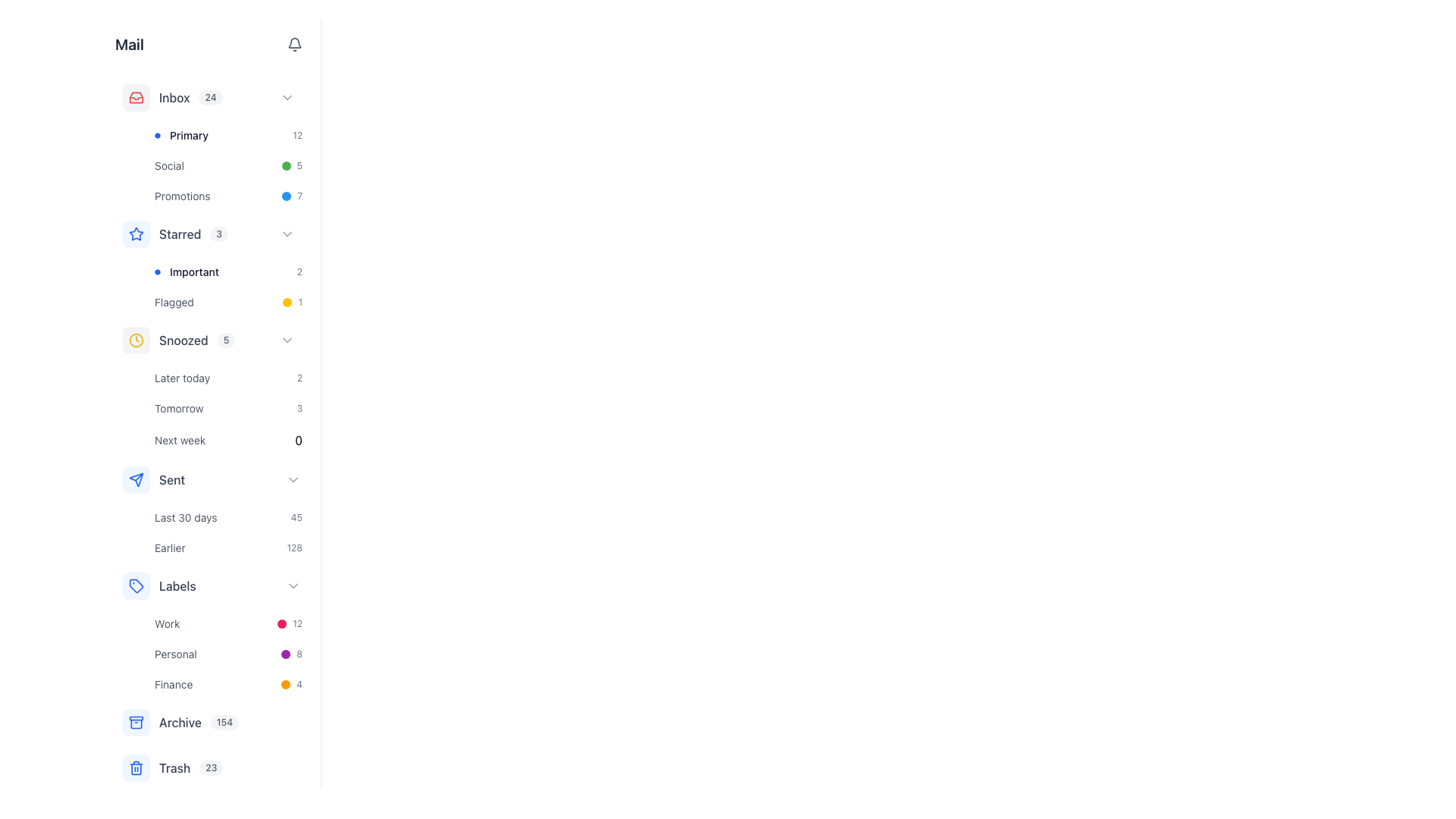  Describe the element at coordinates (136, 768) in the screenshot. I see `the blue trash can icon with a white background located at the bottom of the vertical menu, adjacent to the 'Trash' label` at that location.